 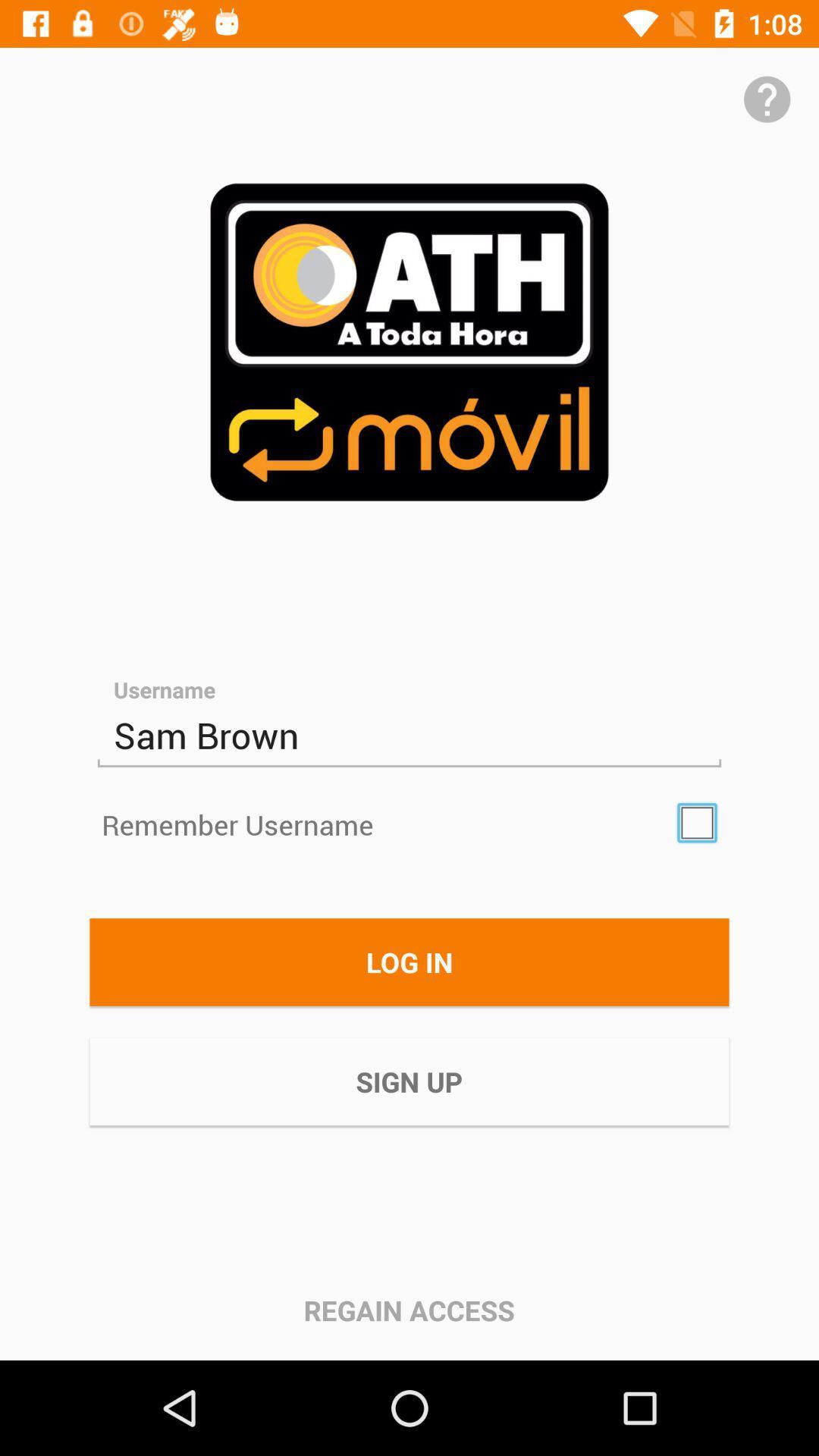 I want to click on the help icon, so click(x=767, y=99).